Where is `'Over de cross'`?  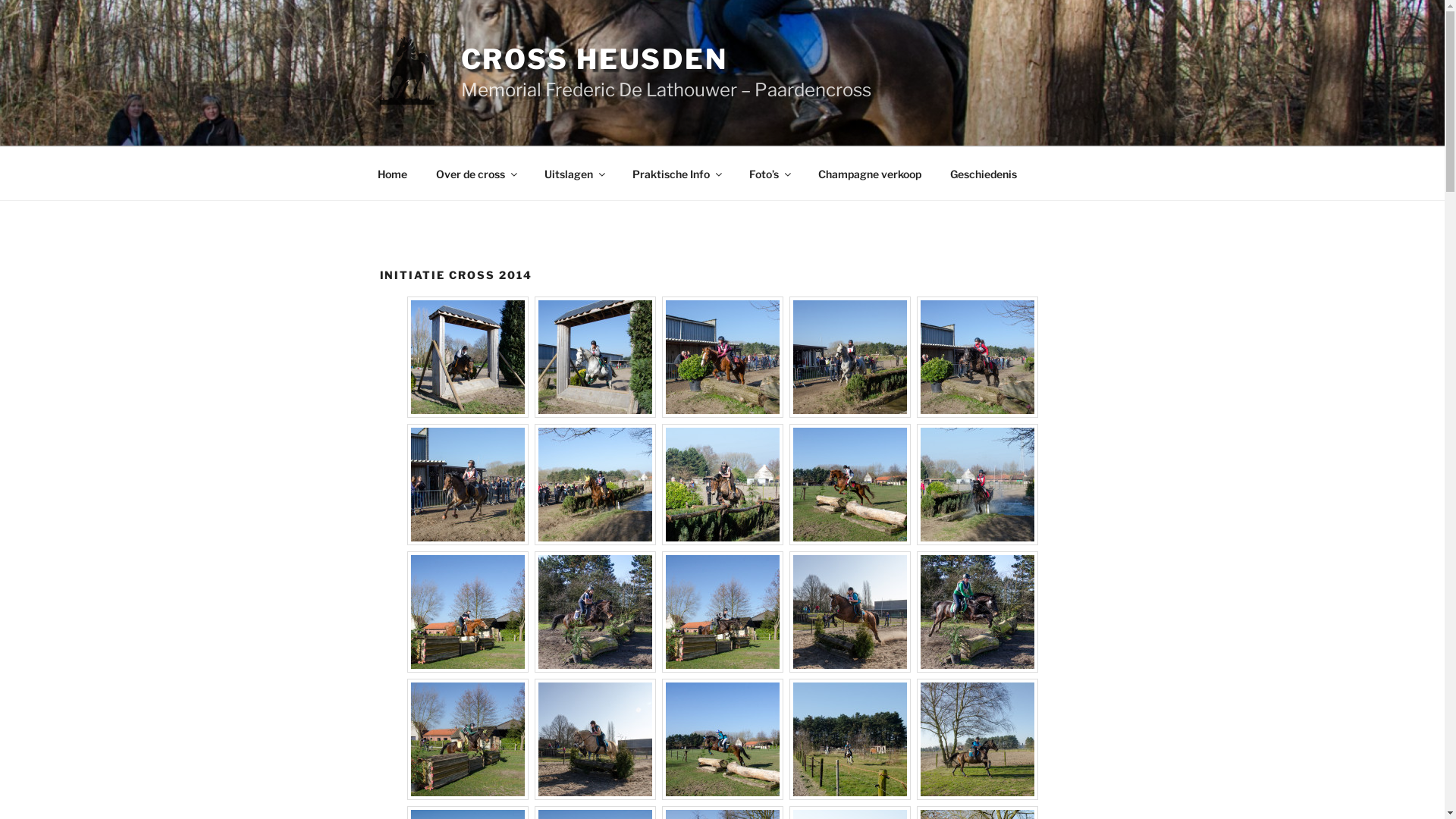 'Over de cross' is located at coordinates (475, 172).